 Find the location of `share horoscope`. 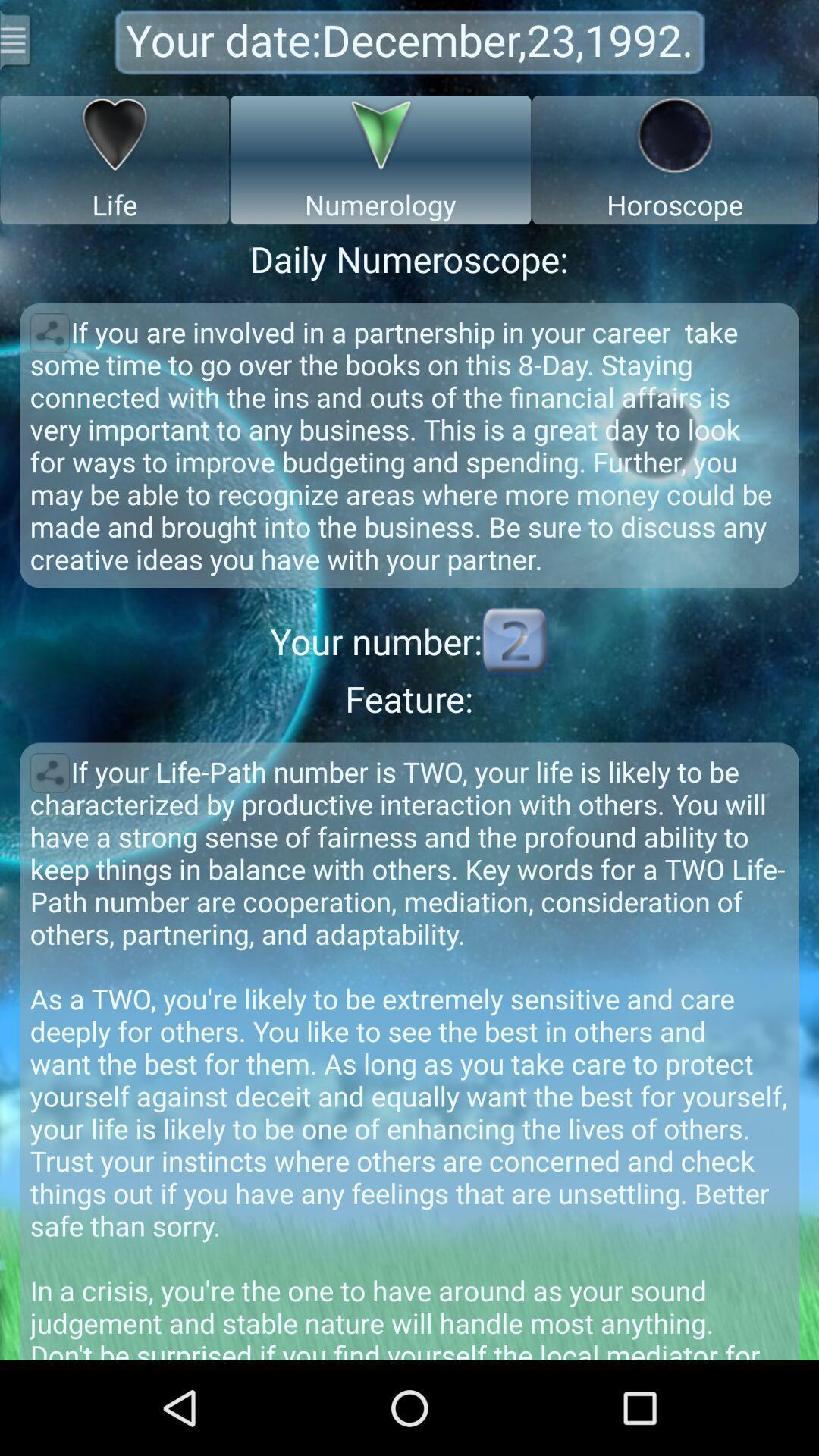

share horoscope is located at coordinates (49, 332).